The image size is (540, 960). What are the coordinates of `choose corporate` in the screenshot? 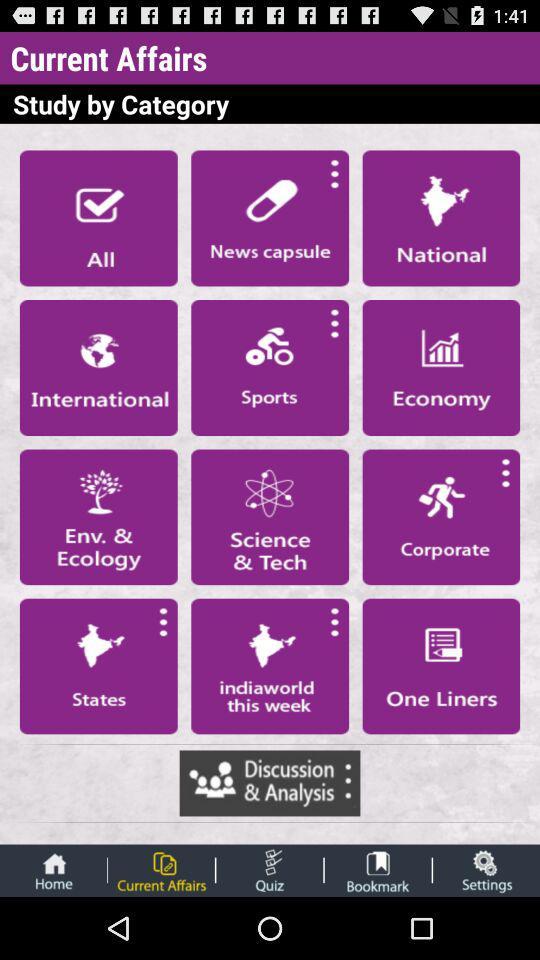 It's located at (441, 516).